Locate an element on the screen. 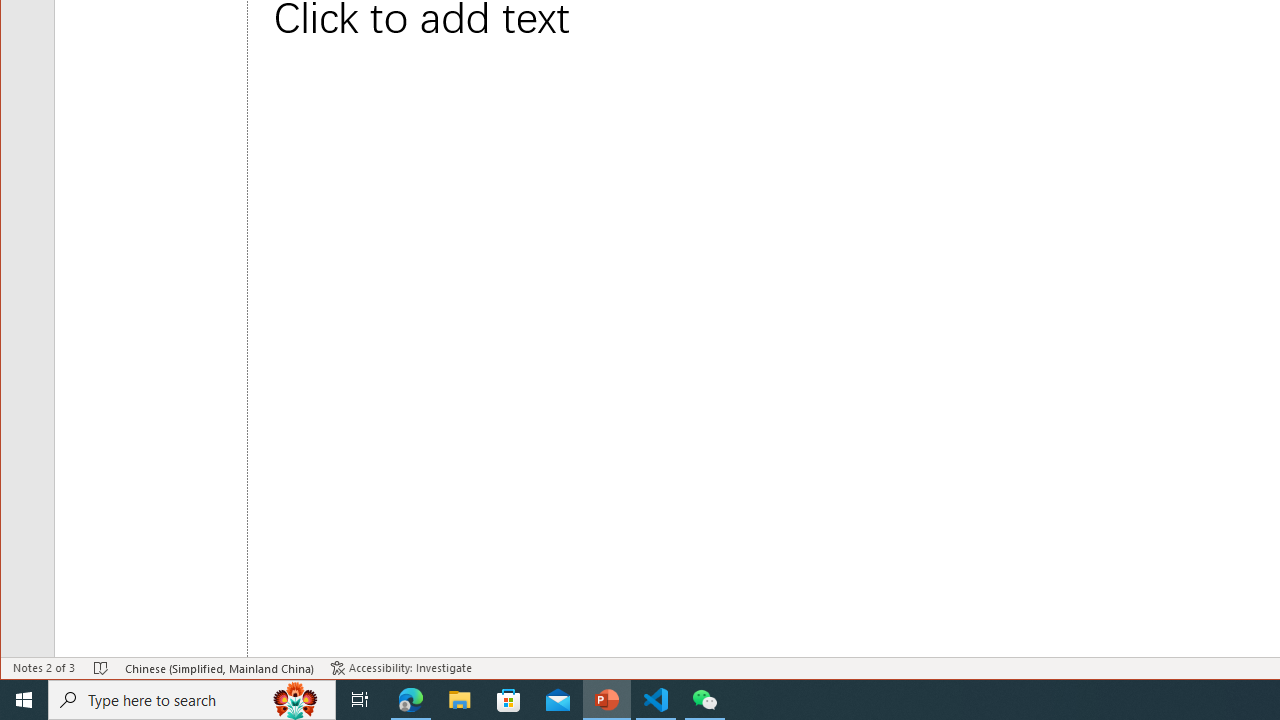 This screenshot has height=720, width=1280. 'Accessibility Checker Accessibility: Investigate' is located at coordinates (400, 668).